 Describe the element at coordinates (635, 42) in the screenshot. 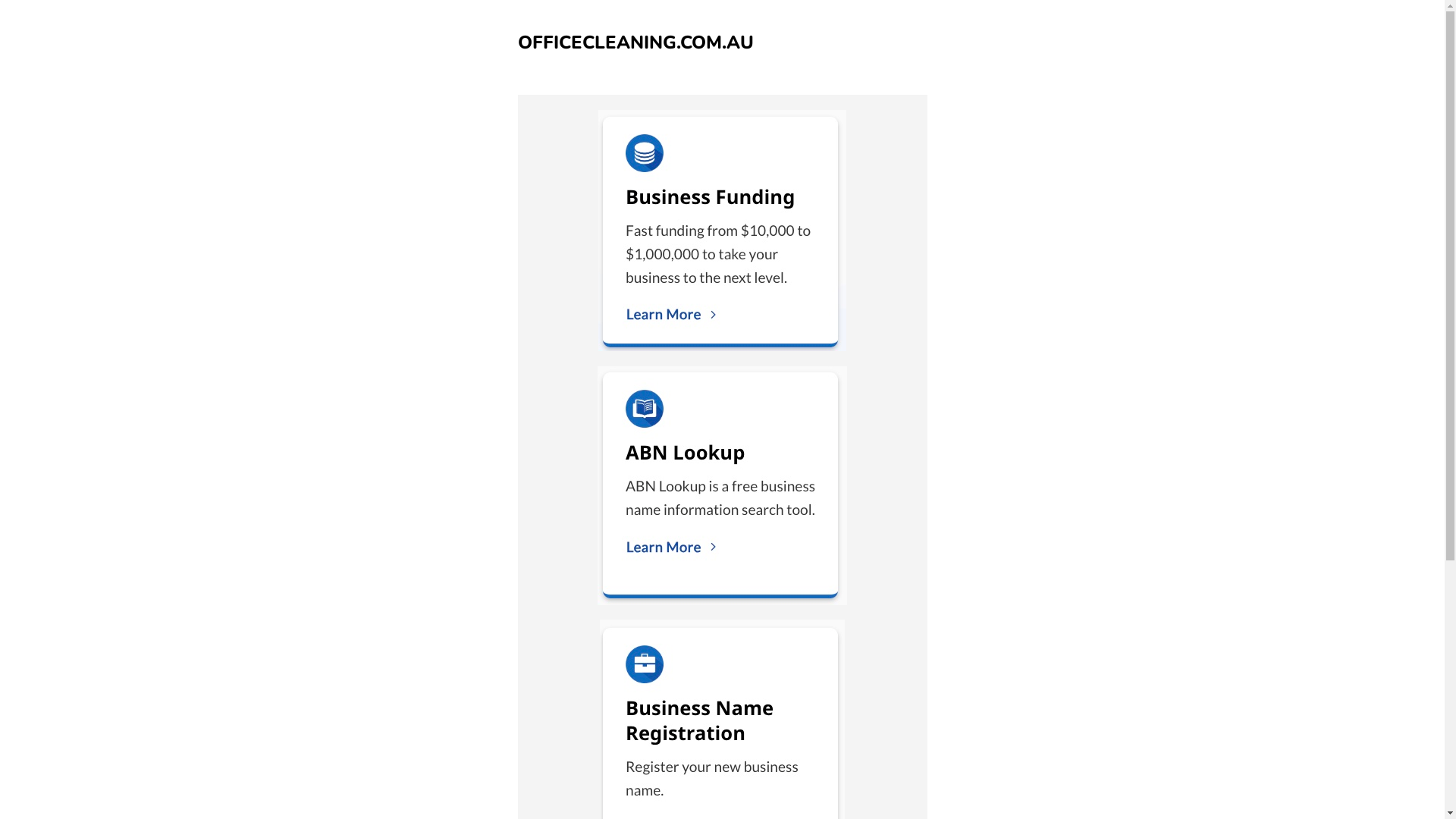

I see `'OFFICECLEANING.COM.AU'` at that location.